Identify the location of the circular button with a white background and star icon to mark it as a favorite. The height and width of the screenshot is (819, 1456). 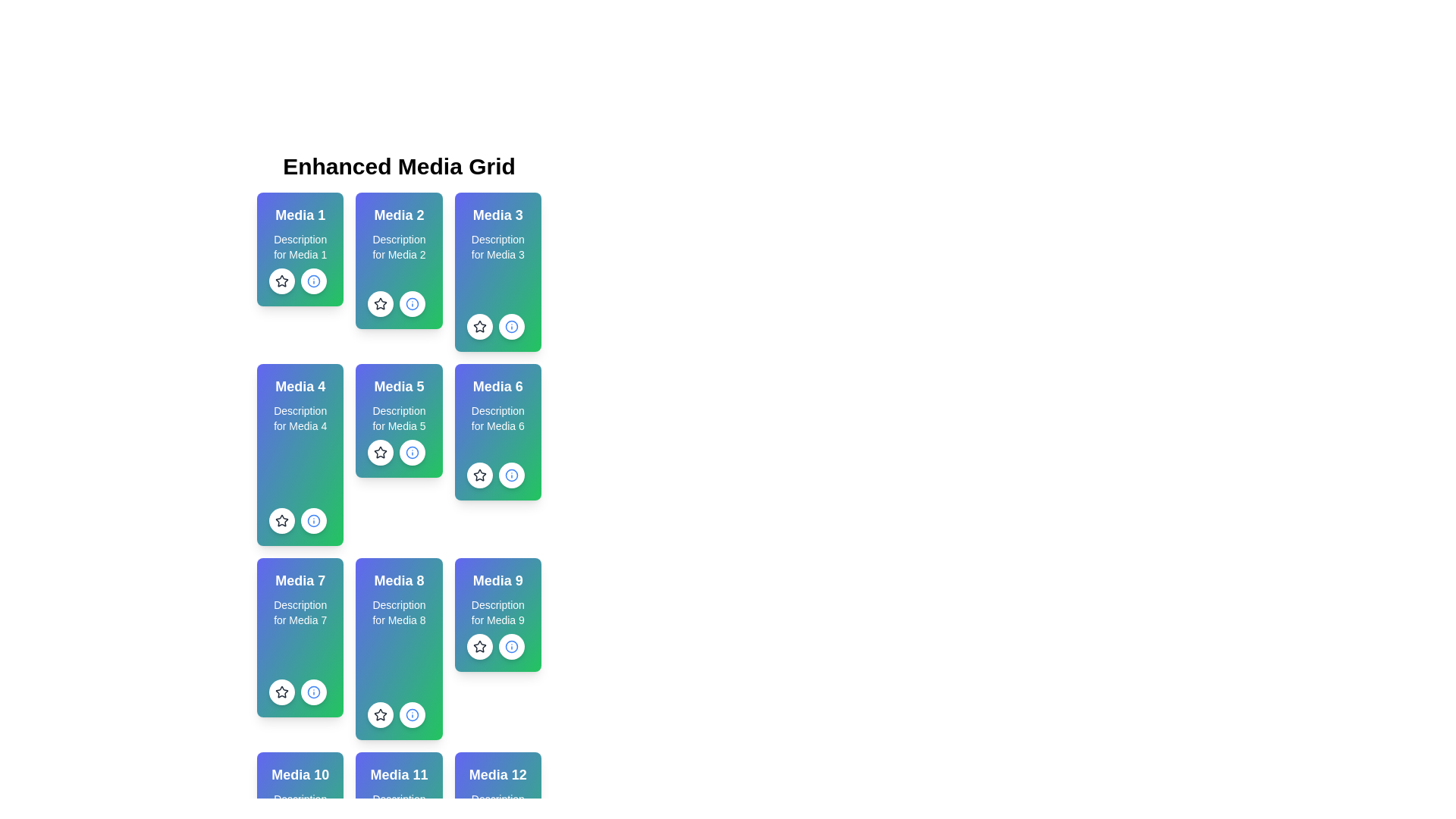
(479, 646).